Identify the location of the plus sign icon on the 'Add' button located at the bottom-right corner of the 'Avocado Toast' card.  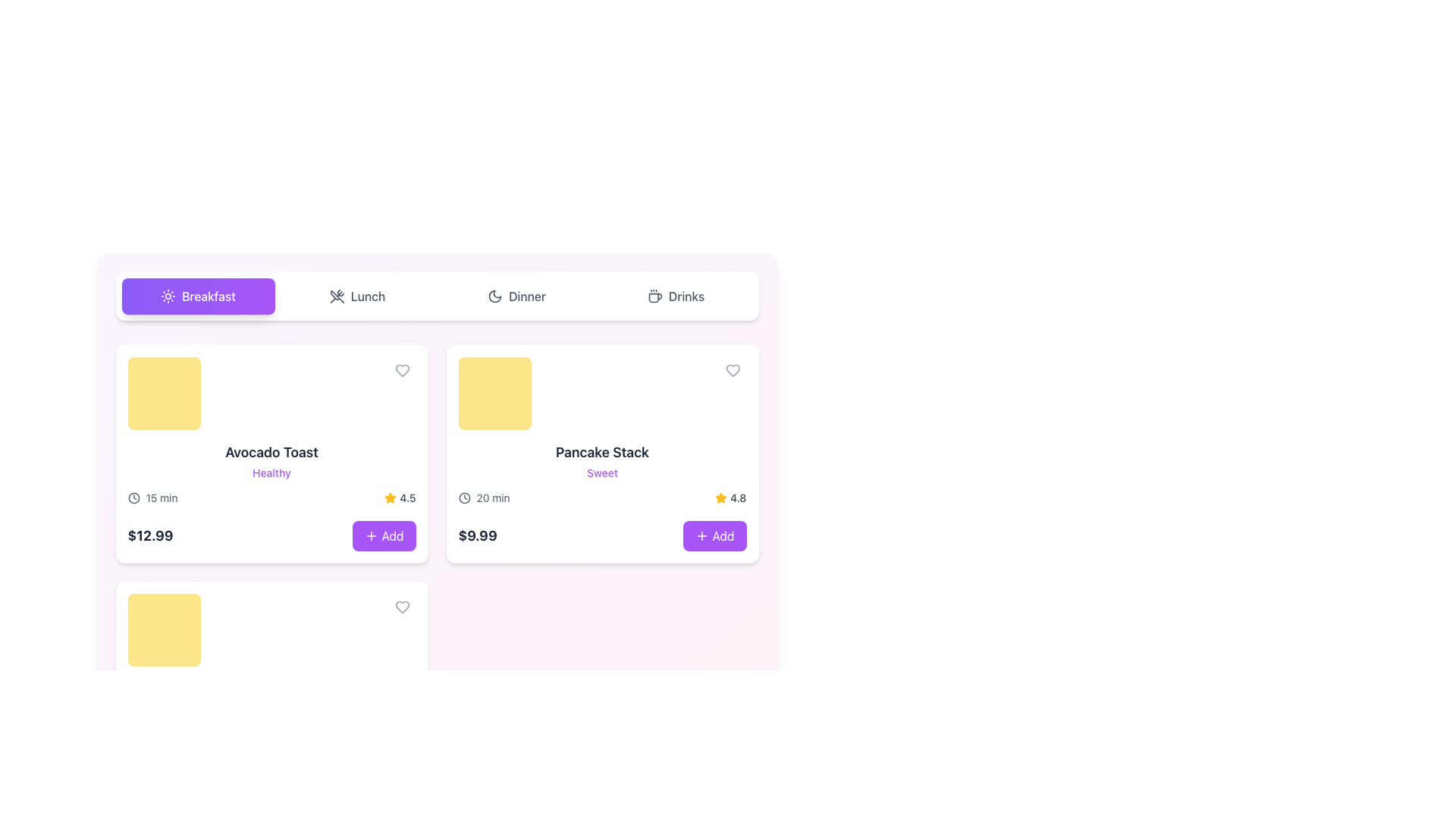
(372, 535).